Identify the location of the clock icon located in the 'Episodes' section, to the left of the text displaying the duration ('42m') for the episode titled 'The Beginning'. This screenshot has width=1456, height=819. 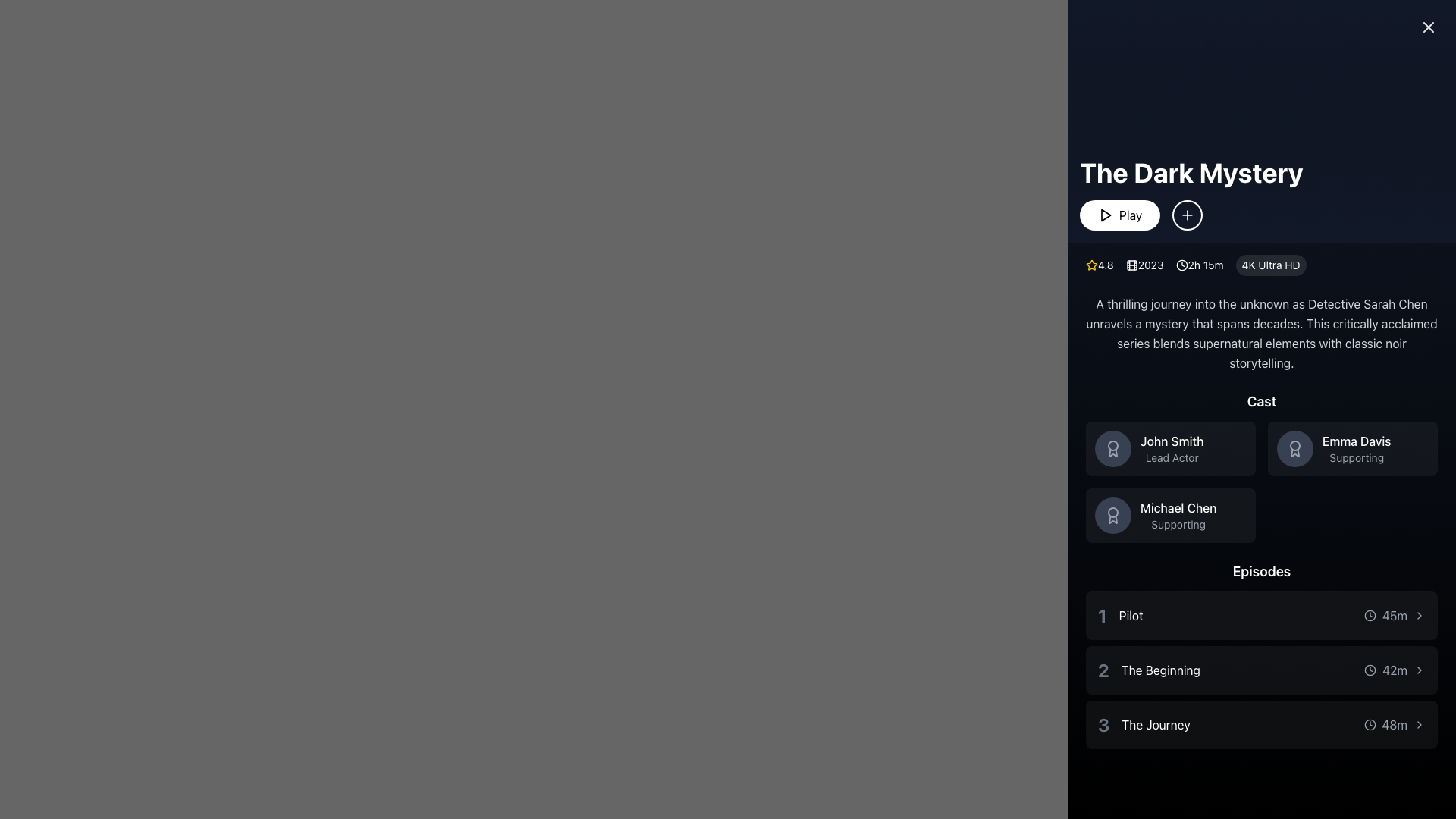
(1370, 669).